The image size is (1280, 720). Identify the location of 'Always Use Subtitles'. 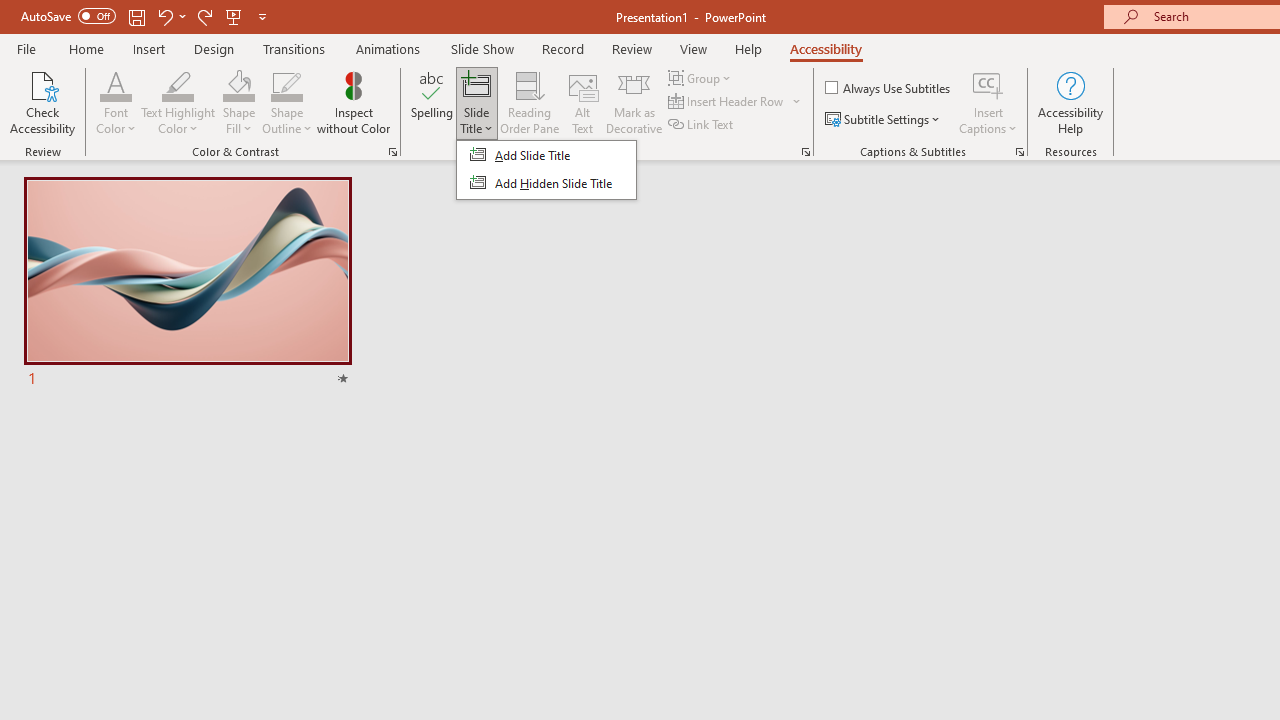
(888, 86).